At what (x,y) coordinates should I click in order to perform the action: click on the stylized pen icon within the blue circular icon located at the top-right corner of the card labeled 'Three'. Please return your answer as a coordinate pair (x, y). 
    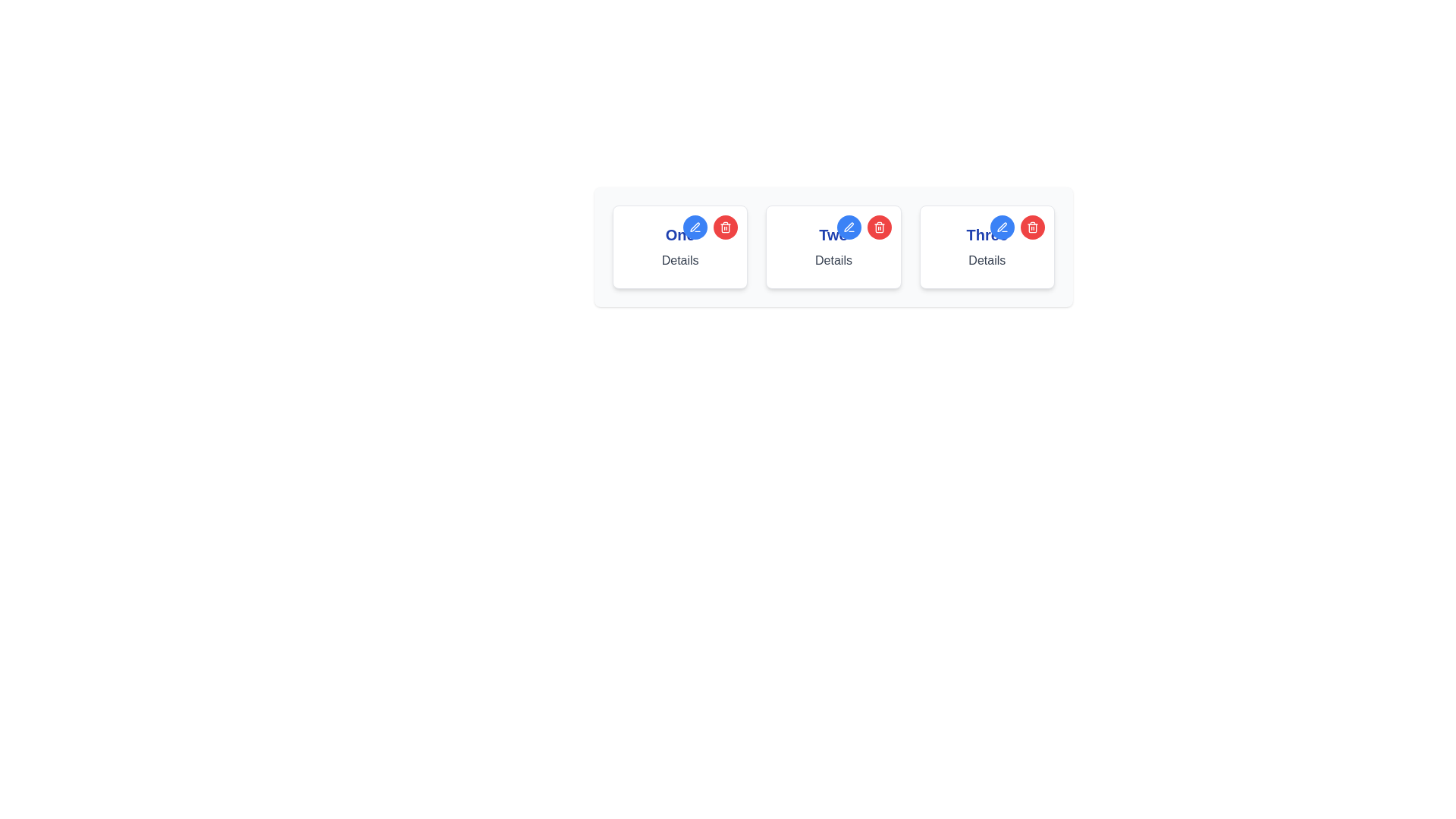
    Looking at the image, I should click on (1002, 227).